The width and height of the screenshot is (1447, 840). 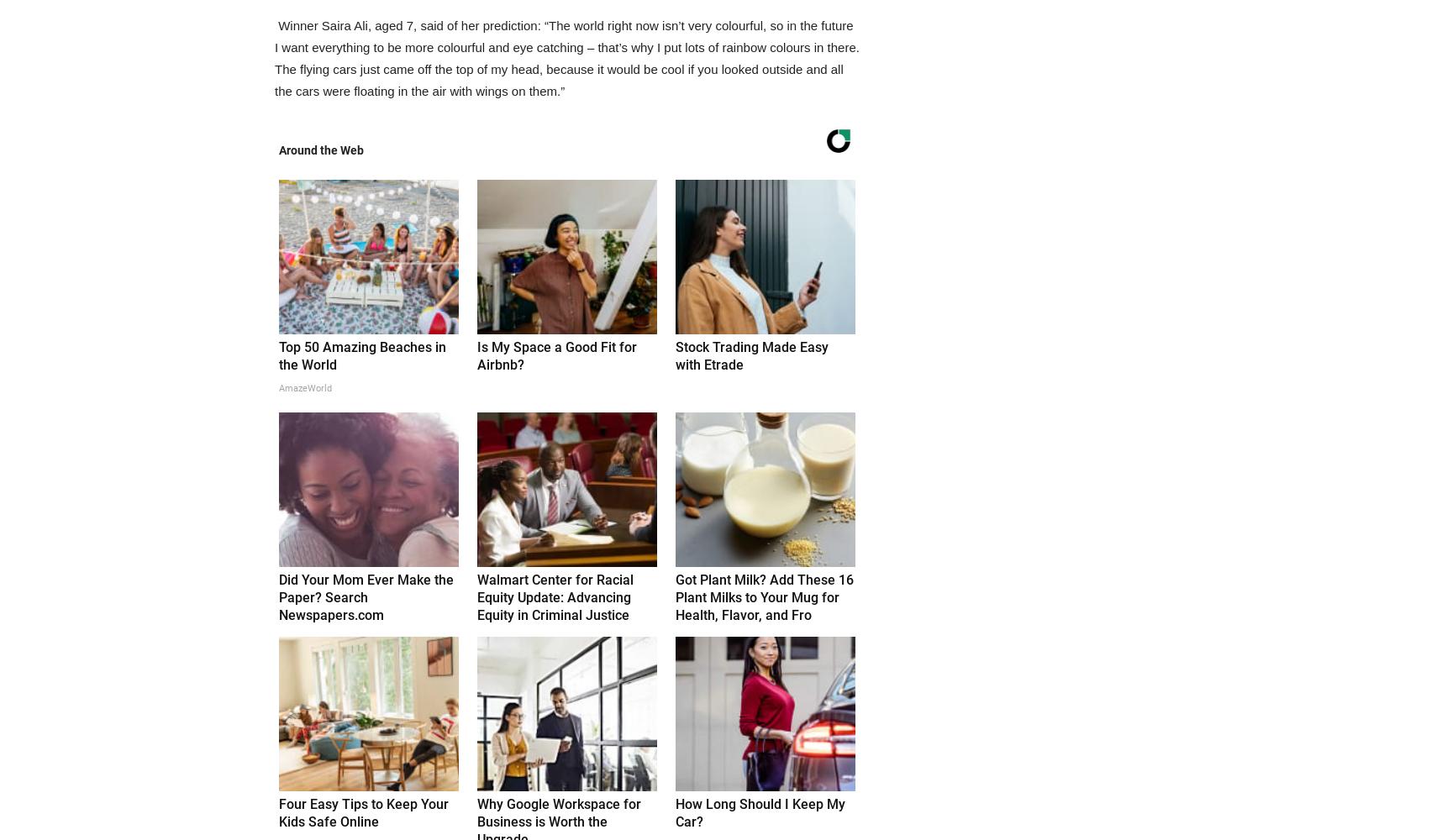 What do you see at coordinates (304, 387) in the screenshot?
I see `'AmazeWorld'` at bounding box center [304, 387].